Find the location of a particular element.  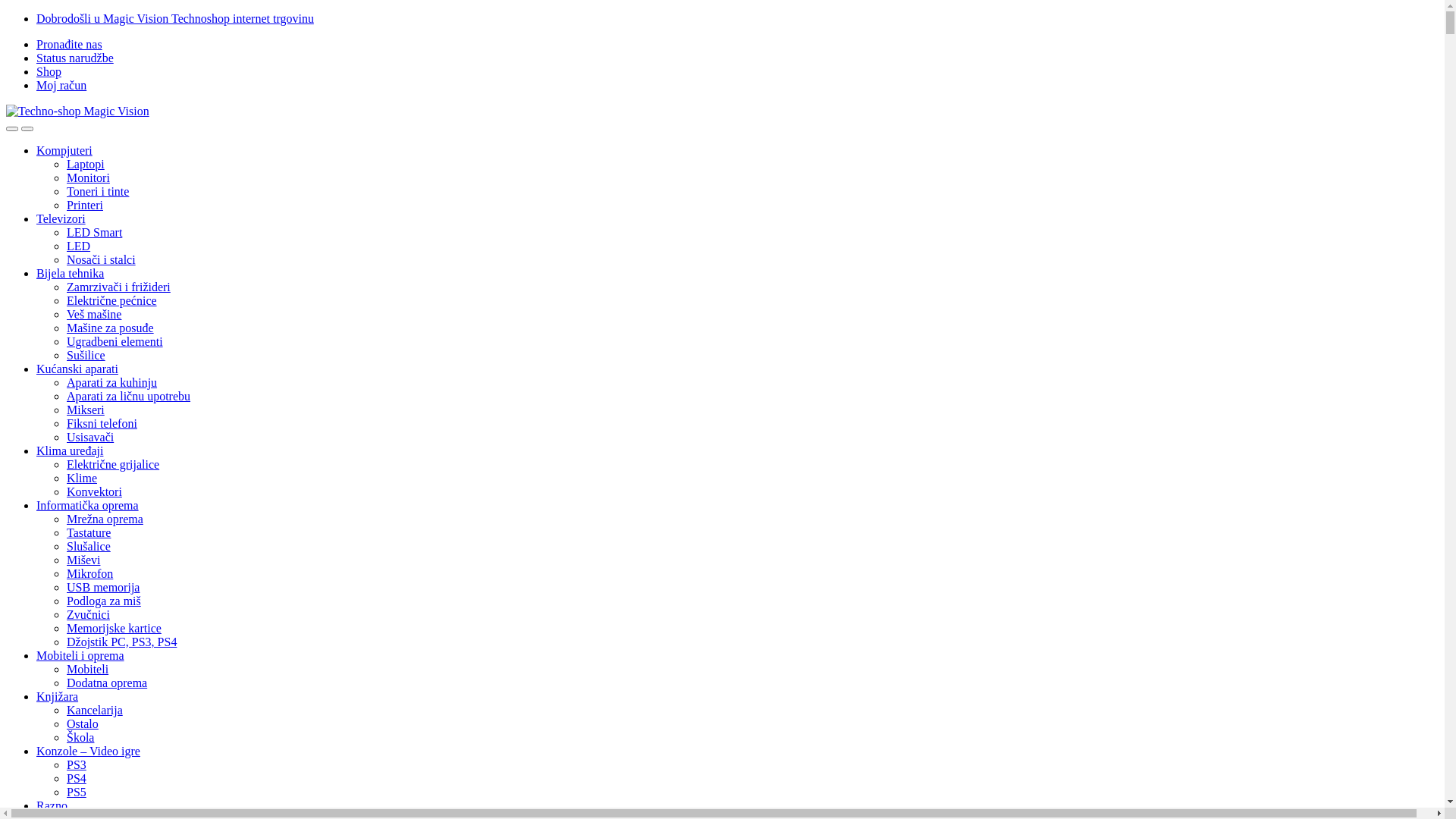

'Skip to navigation' is located at coordinates (5, 11).